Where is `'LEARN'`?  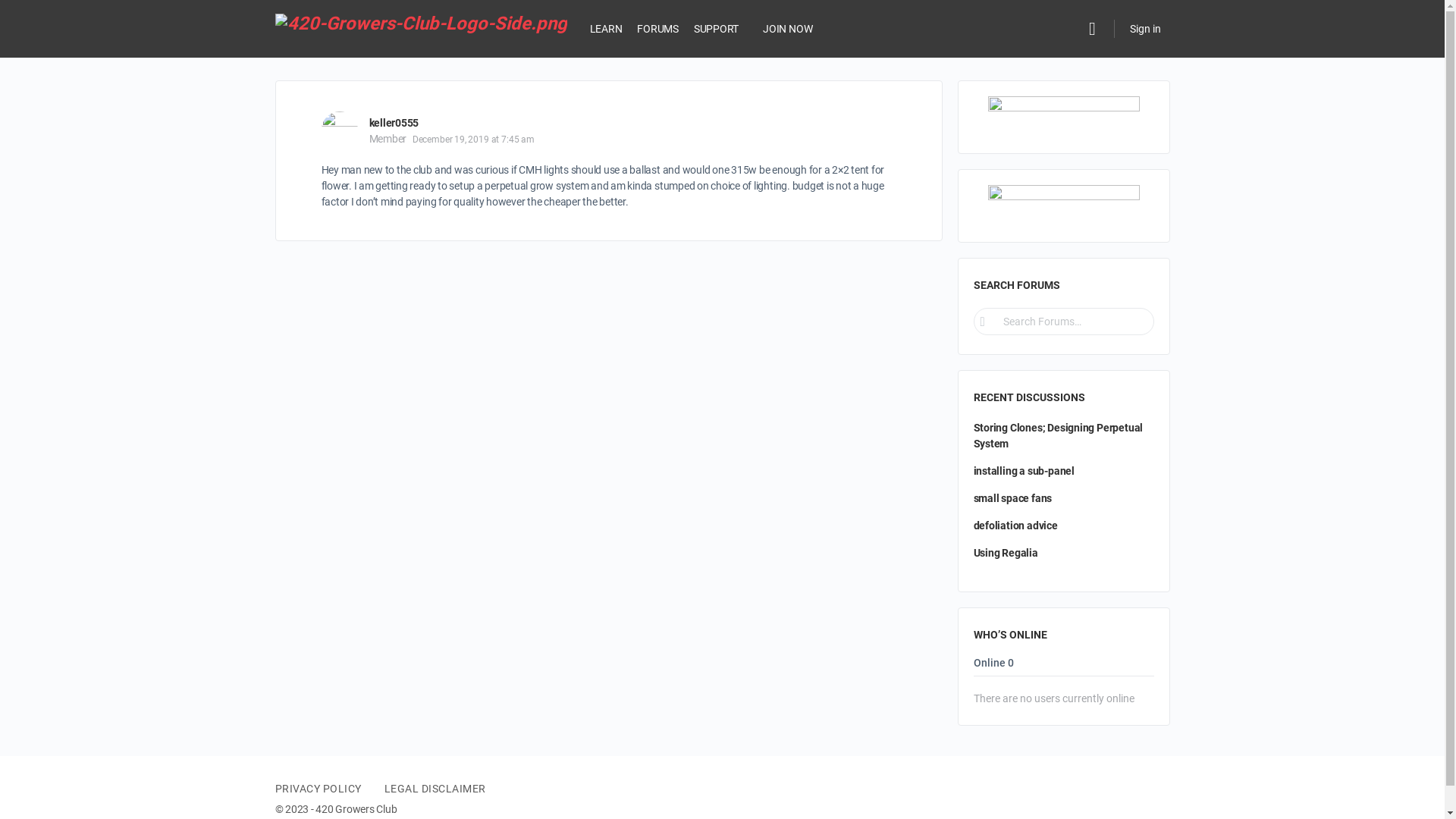 'LEARN' is located at coordinates (605, 29).